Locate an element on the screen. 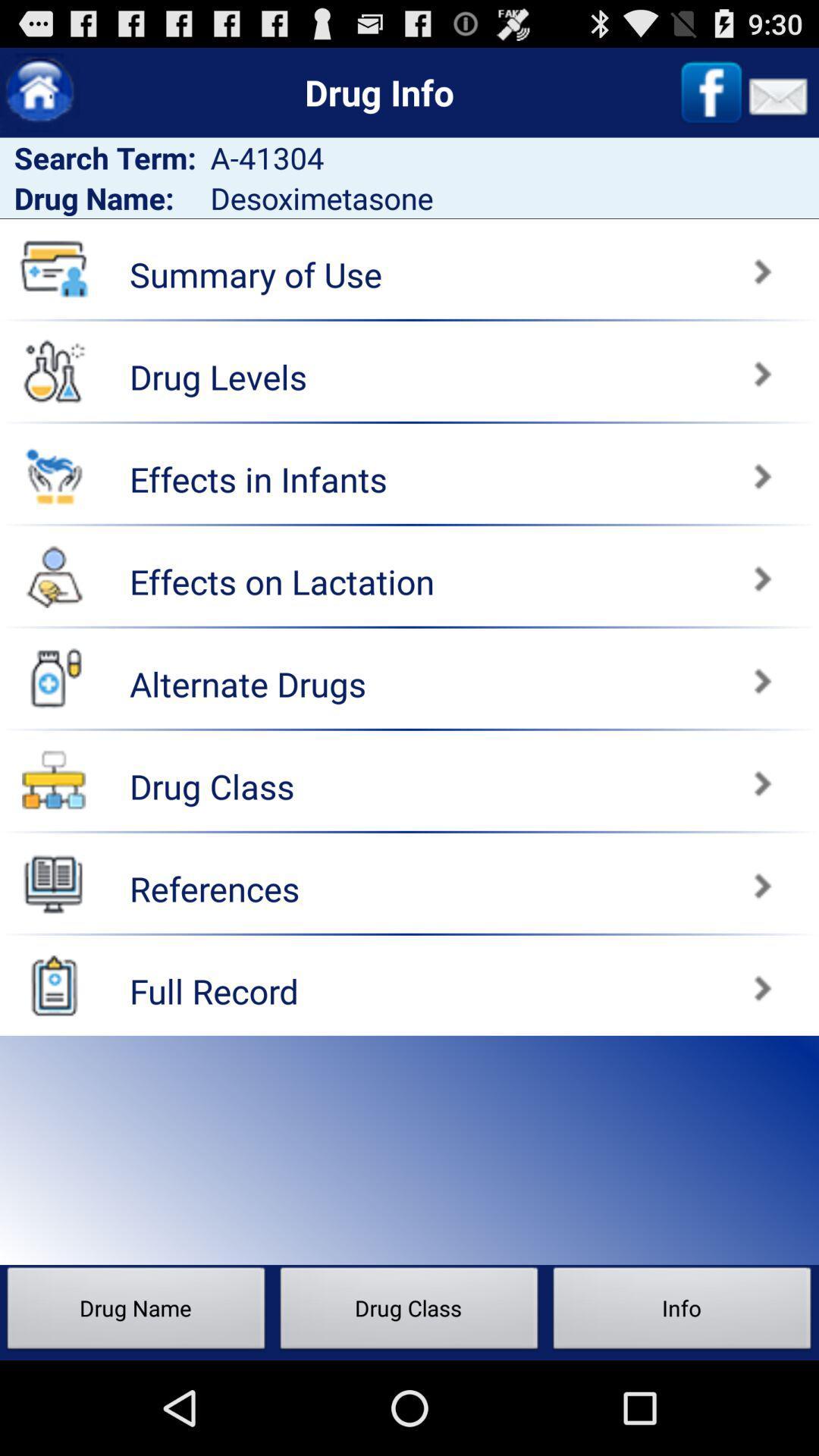 The height and width of the screenshot is (1456, 819). record is located at coordinates (53, 985).